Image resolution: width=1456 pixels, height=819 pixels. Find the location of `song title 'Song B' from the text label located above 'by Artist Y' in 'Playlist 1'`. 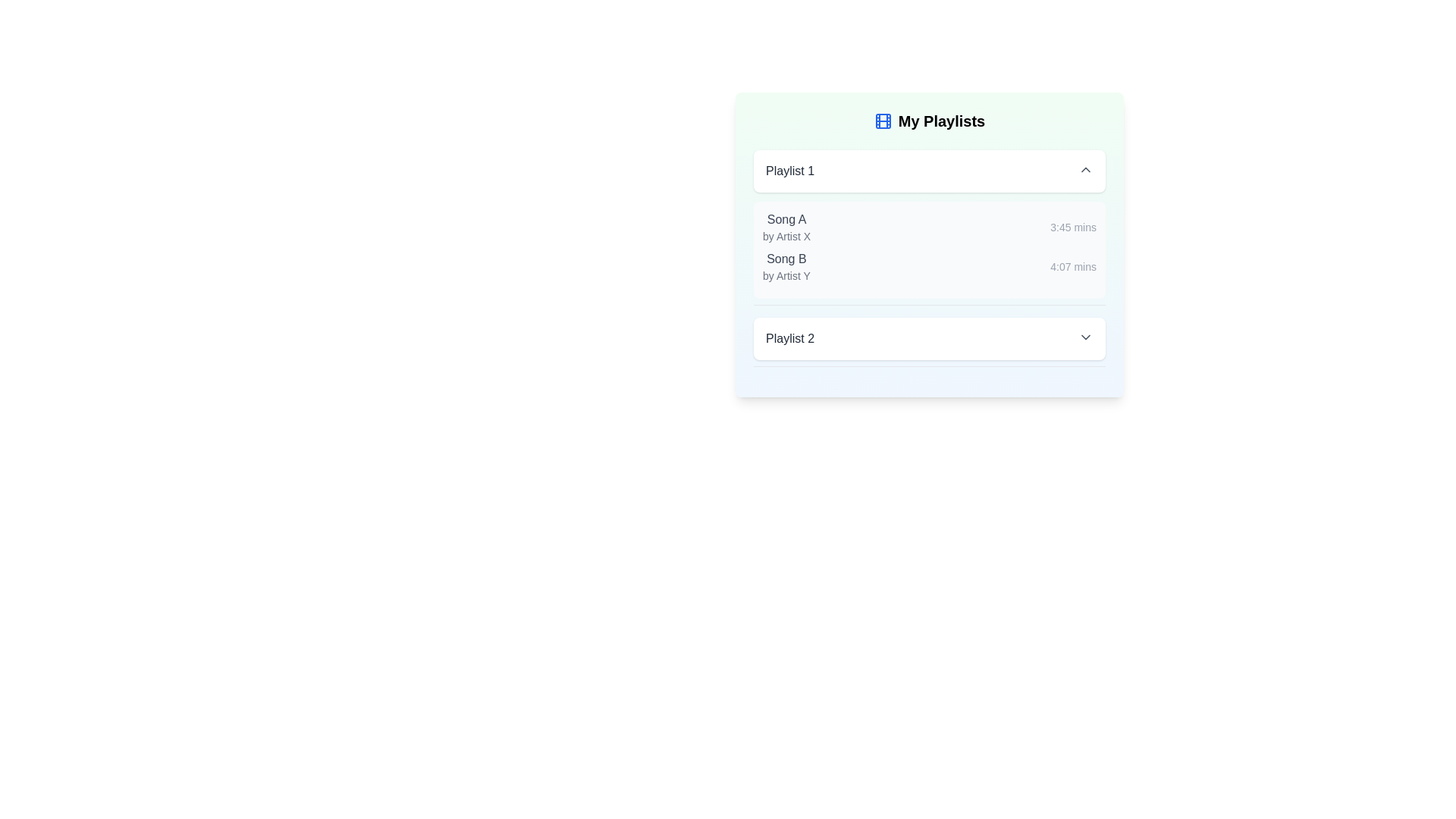

song title 'Song B' from the text label located above 'by Artist Y' in 'Playlist 1' is located at coordinates (786, 259).